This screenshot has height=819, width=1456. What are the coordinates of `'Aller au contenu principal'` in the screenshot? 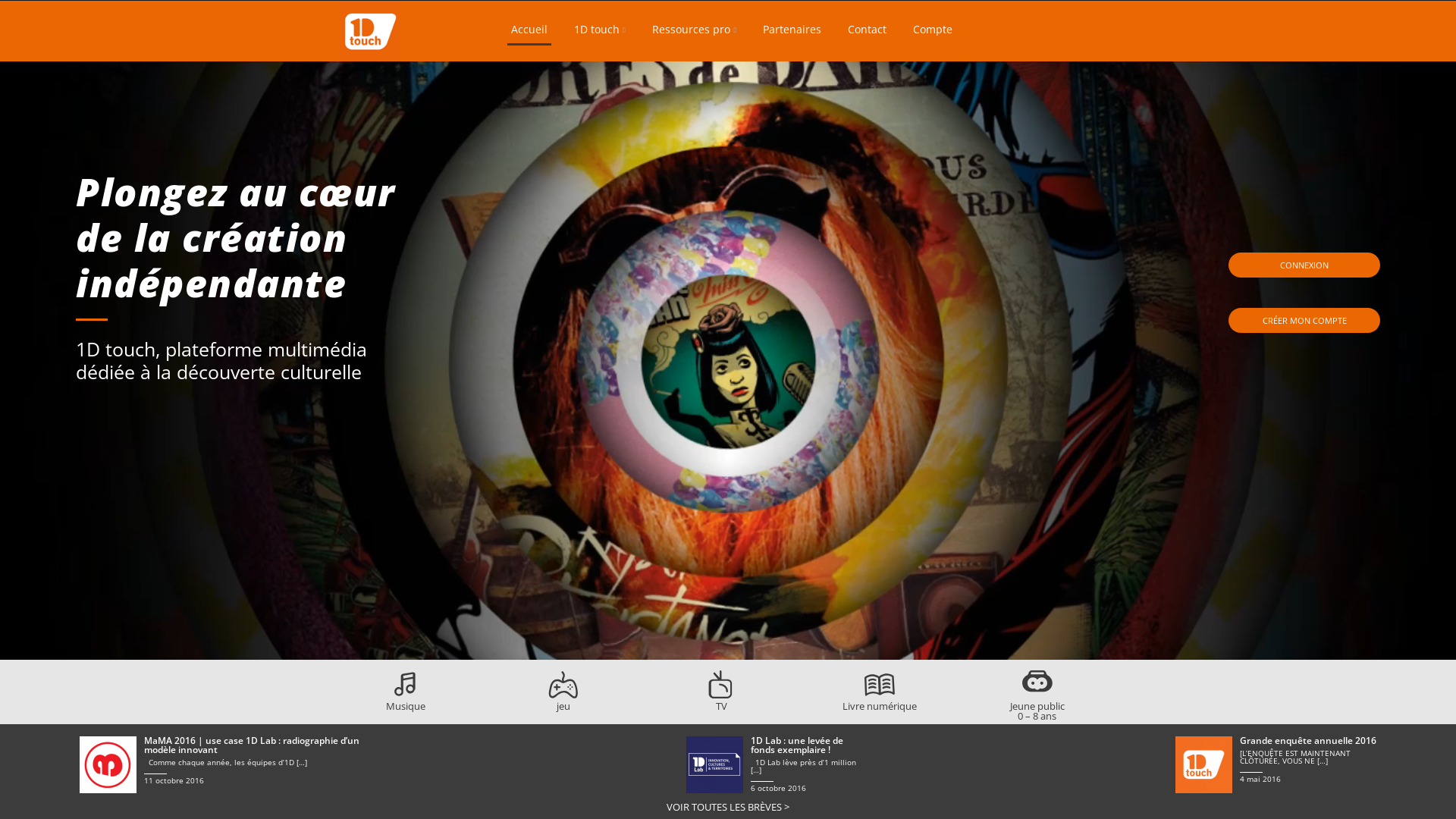 It's located at (732, 11).